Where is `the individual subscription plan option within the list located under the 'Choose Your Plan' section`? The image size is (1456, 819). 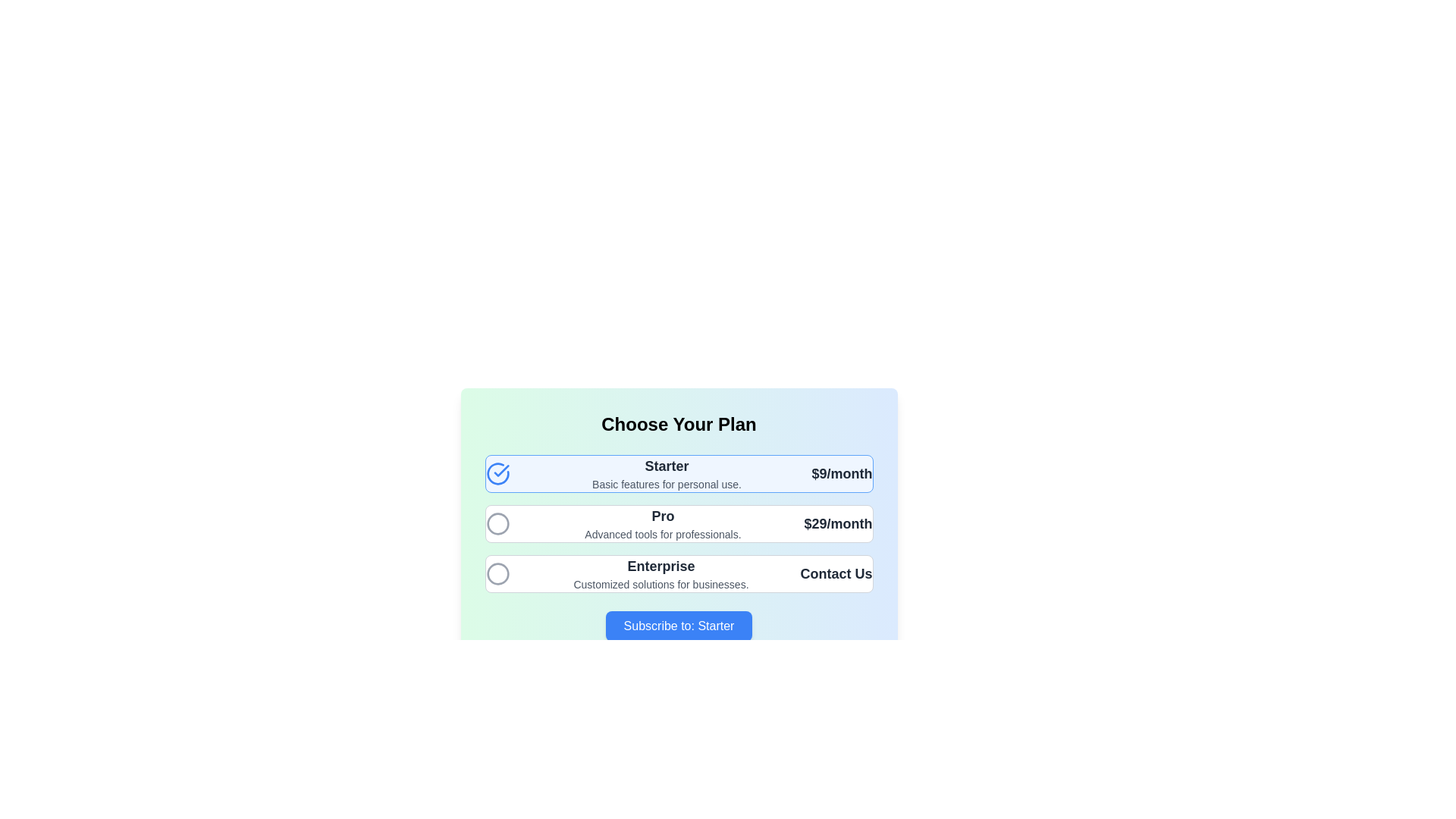
the individual subscription plan option within the list located under the 'Choose Your Plan' section is located at coordinates (678, 522).